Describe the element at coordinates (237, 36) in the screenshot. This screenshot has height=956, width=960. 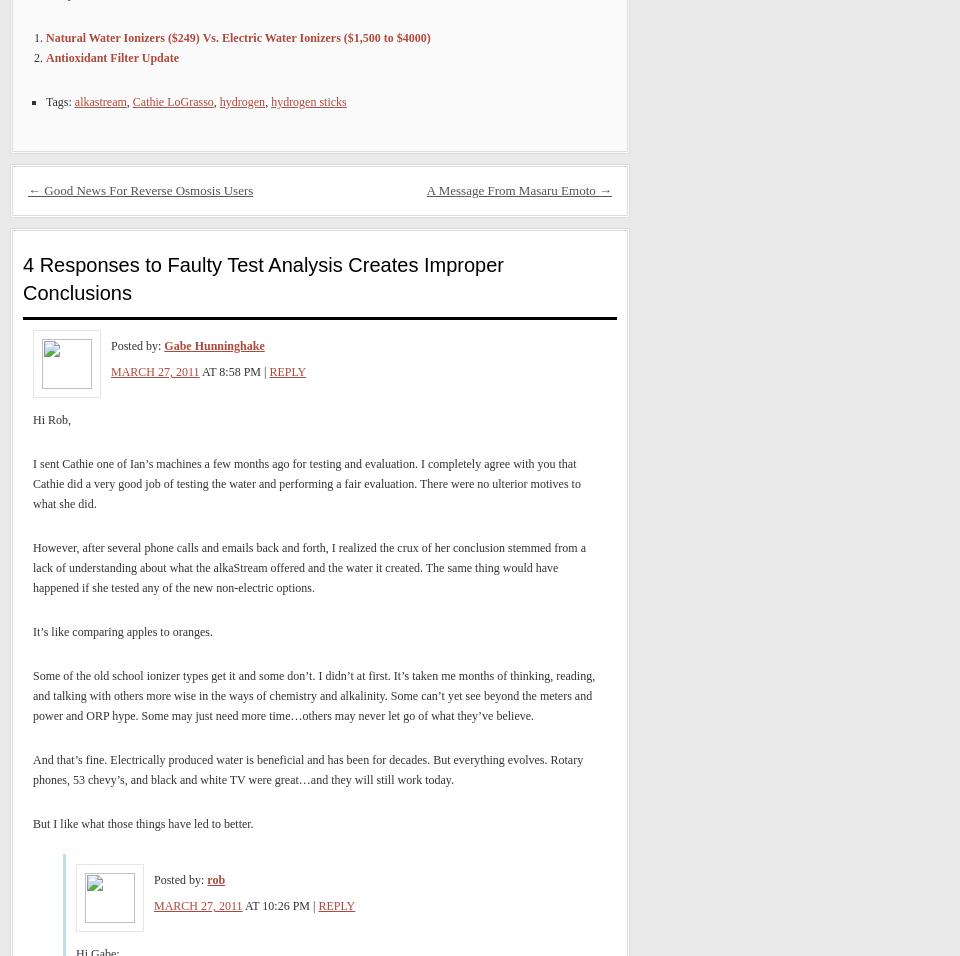
I see `'Natural Water Ionizers ($249) Vs. Electric Water Ionizers ($1,500 to $4000)'` at that location.